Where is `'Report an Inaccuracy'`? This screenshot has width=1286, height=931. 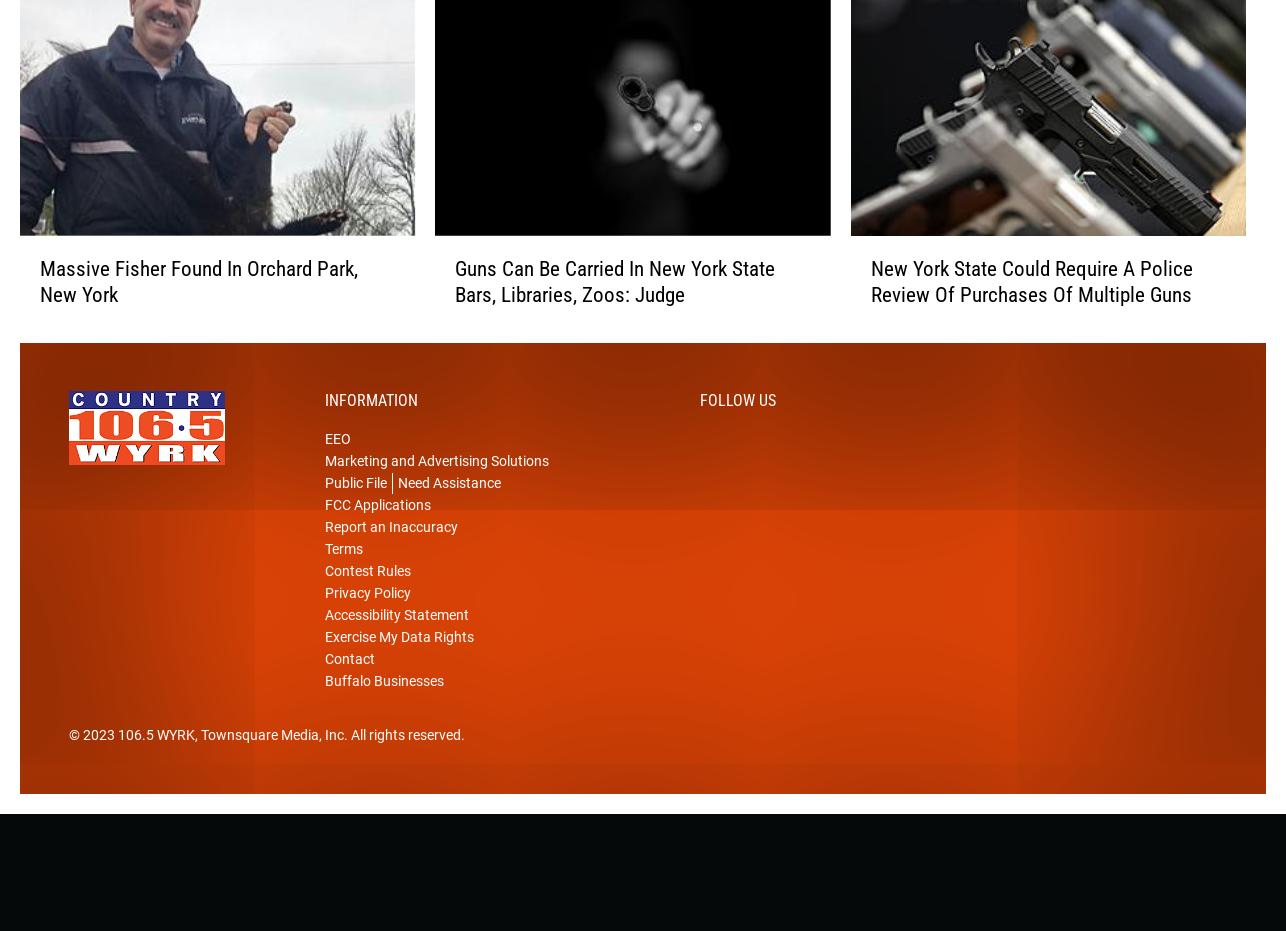 'Report an Inaccuracy' is located at coordinates (390, 557).